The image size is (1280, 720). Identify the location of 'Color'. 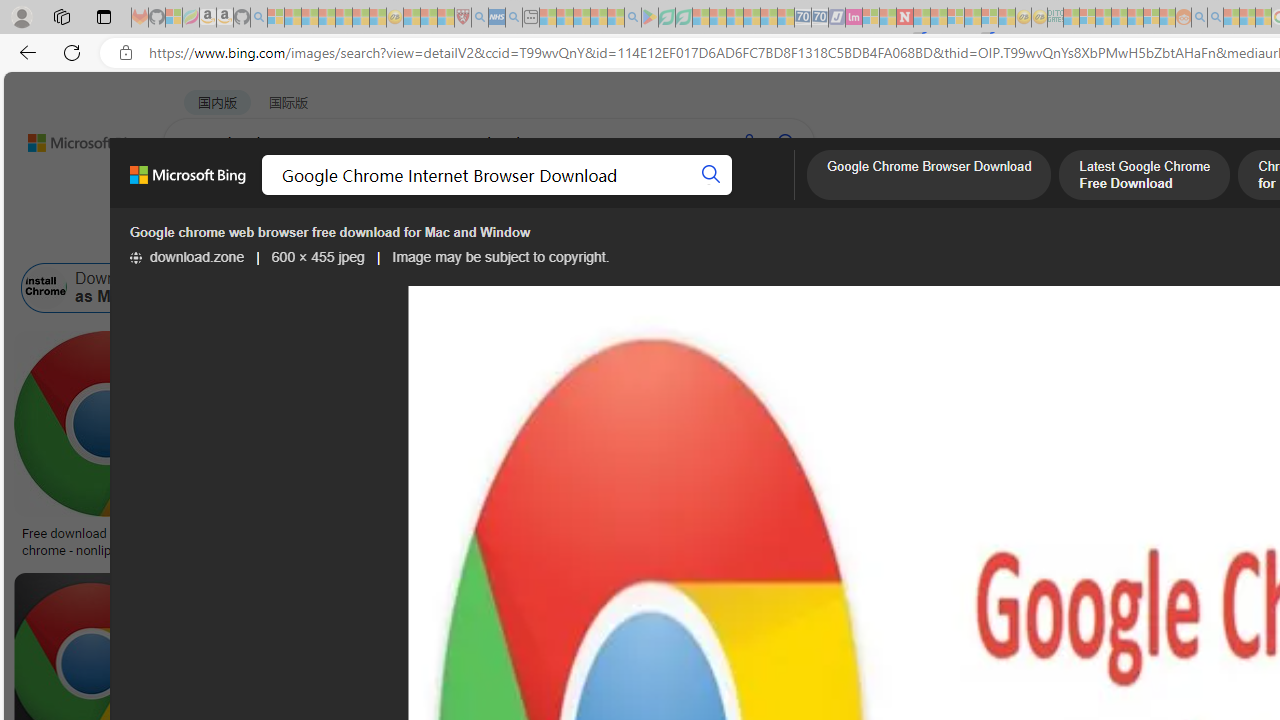
(304, 236).